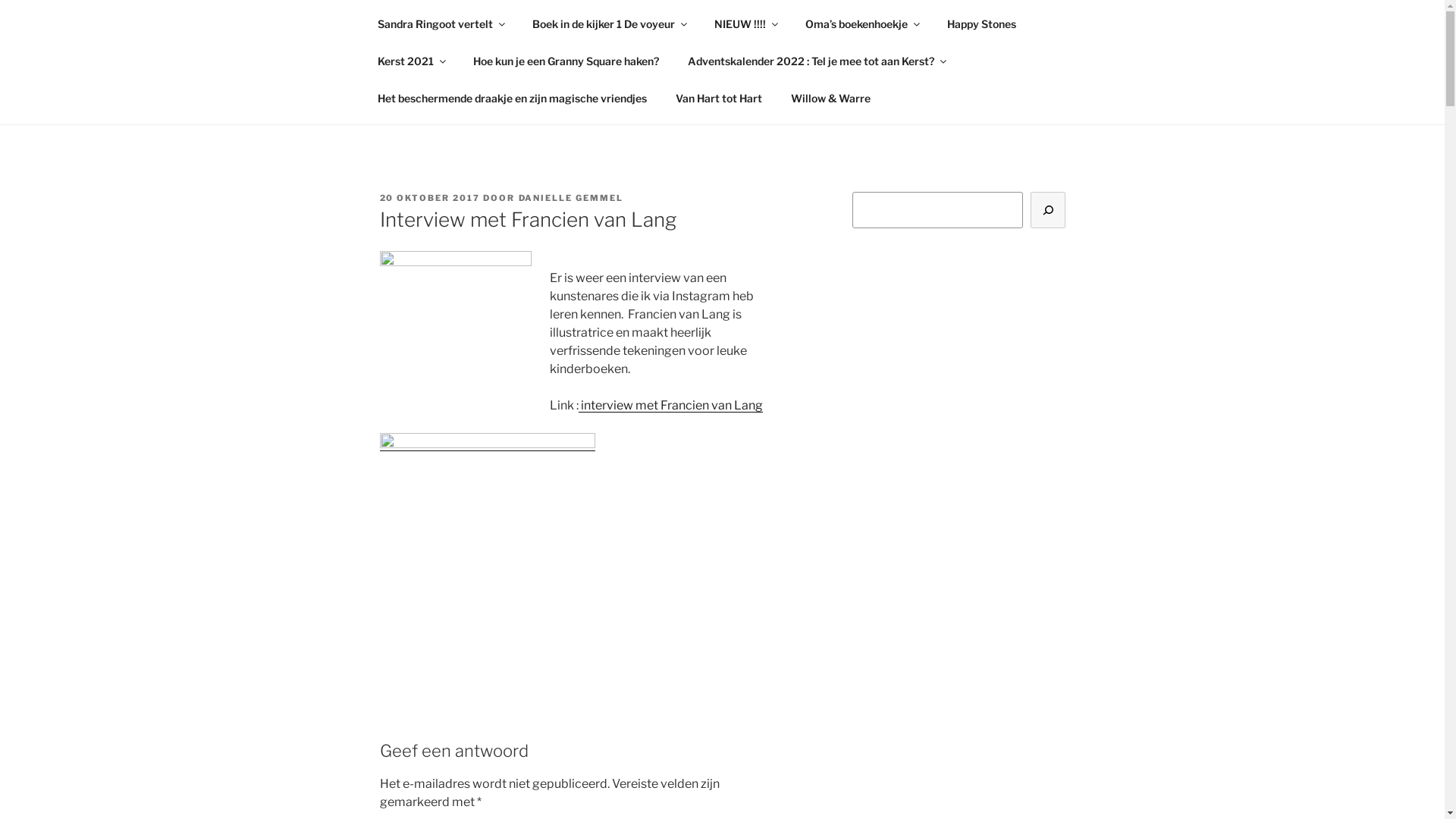  What do you see at coordinates (577, 404) in the screenshot?
I see `'interview met Francien van Lang'` at bounding box center [577, 404].